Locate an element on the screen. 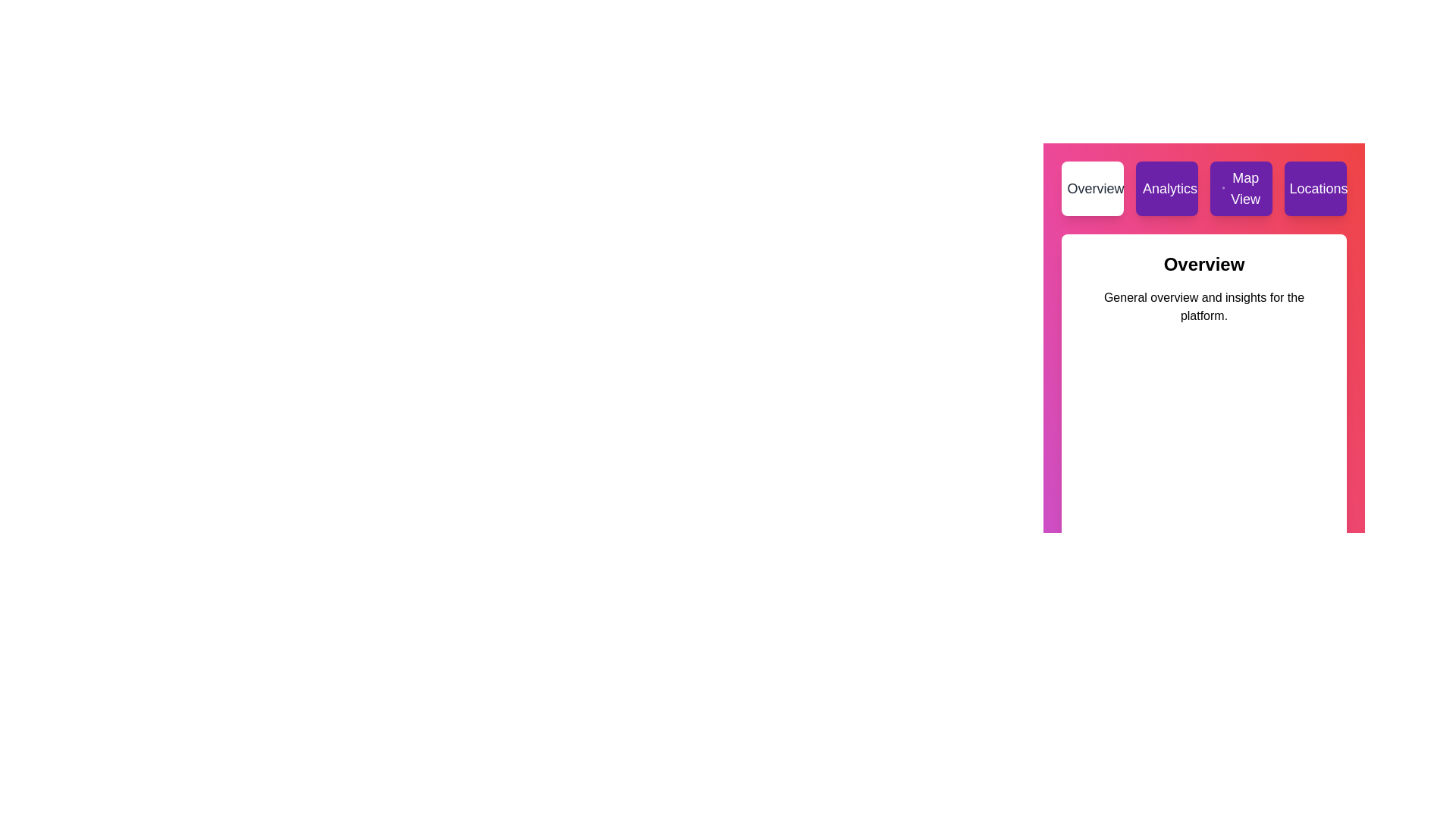 The width and height of the screenshot is (1456, 819). the 'Locations' button, which is the rightmost button in a set of four, featuring a purple background that darkens slightly when hovered over is located at coordinates (1314, 188).